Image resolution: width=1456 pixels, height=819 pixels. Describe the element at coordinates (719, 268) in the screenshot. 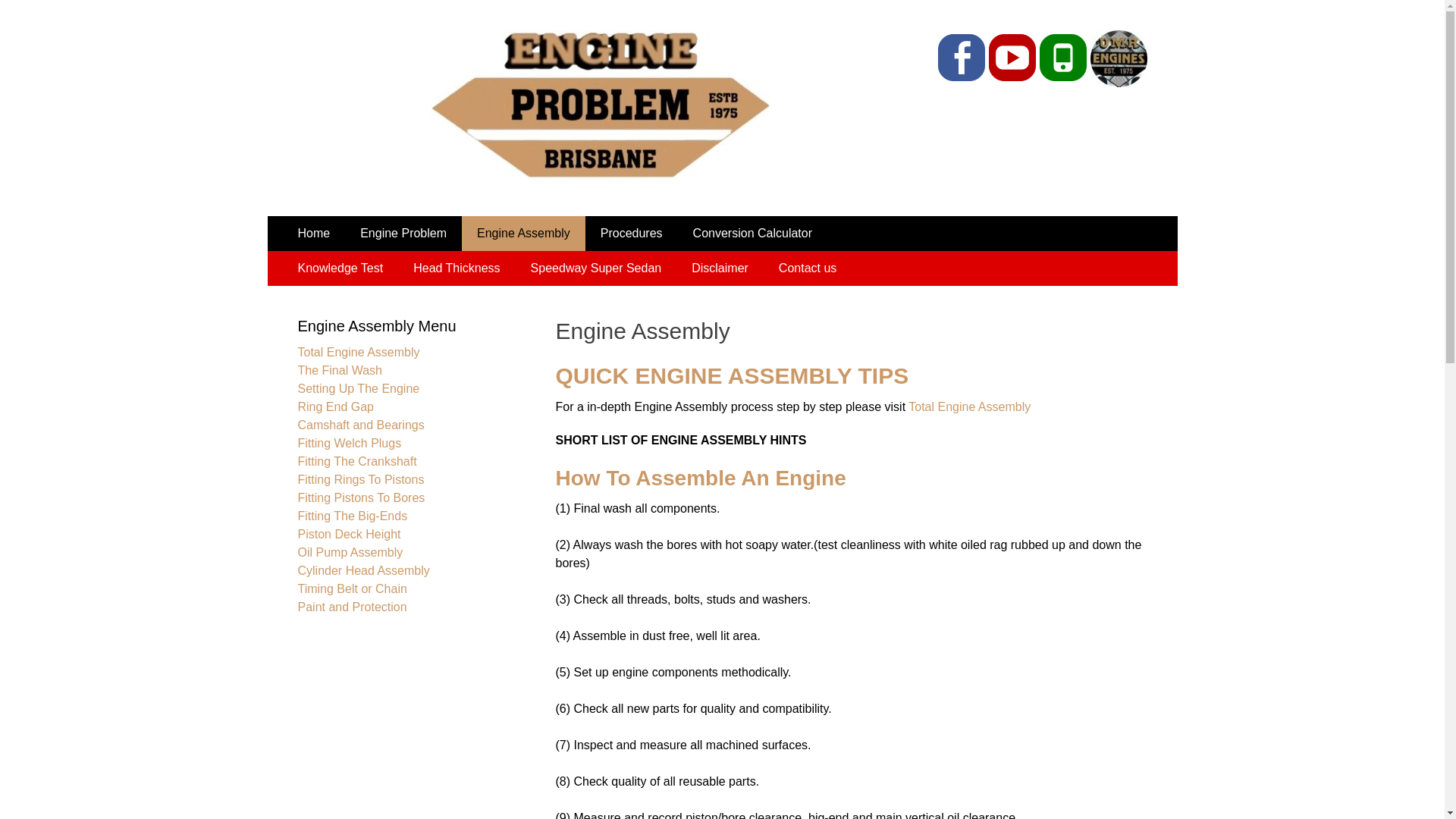

I see `'Disclaimer'` at that location.